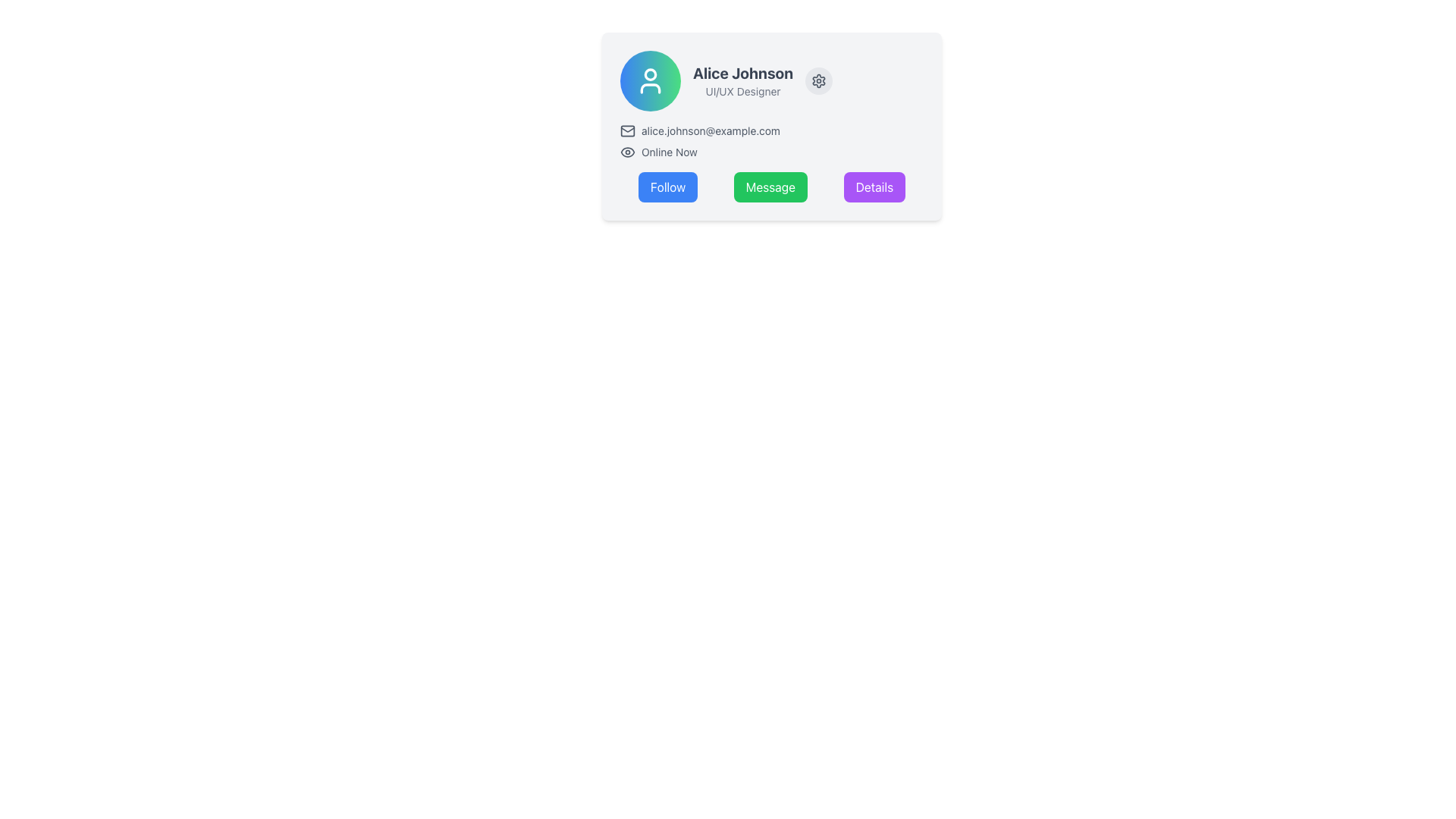 The width and height of the screenshot is (1456, 819). What do you see at coordinates (818, 81) in the screenshot?
I see `the gear/settings icon located at the top-right corner of the user profile card, which is part of a circular button with a gray gear icon` at bounding box center [818, 81].